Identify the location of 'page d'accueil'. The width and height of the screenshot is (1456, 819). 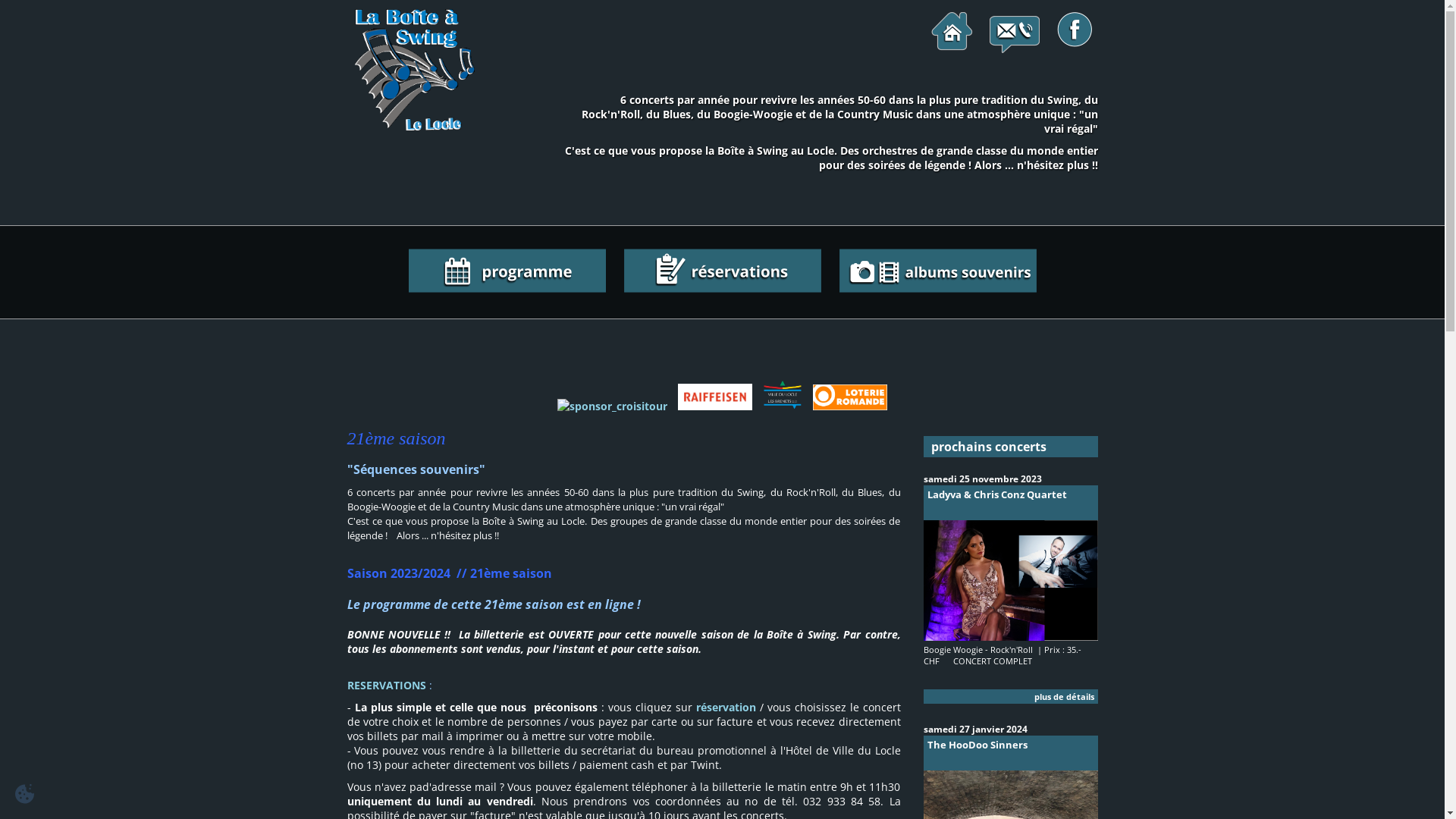
(952, 33).